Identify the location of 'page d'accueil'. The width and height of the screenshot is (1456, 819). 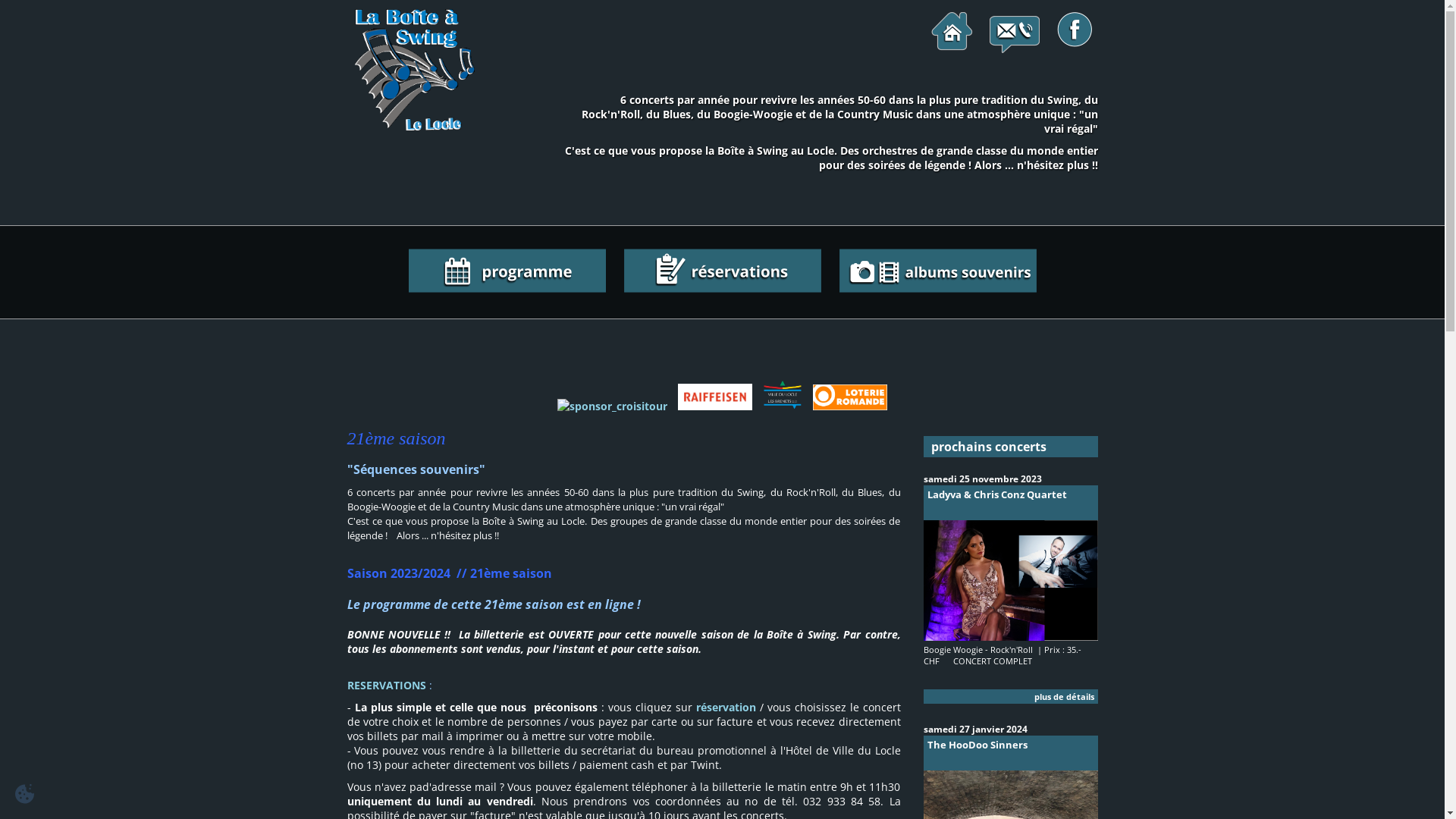
(952, 33).